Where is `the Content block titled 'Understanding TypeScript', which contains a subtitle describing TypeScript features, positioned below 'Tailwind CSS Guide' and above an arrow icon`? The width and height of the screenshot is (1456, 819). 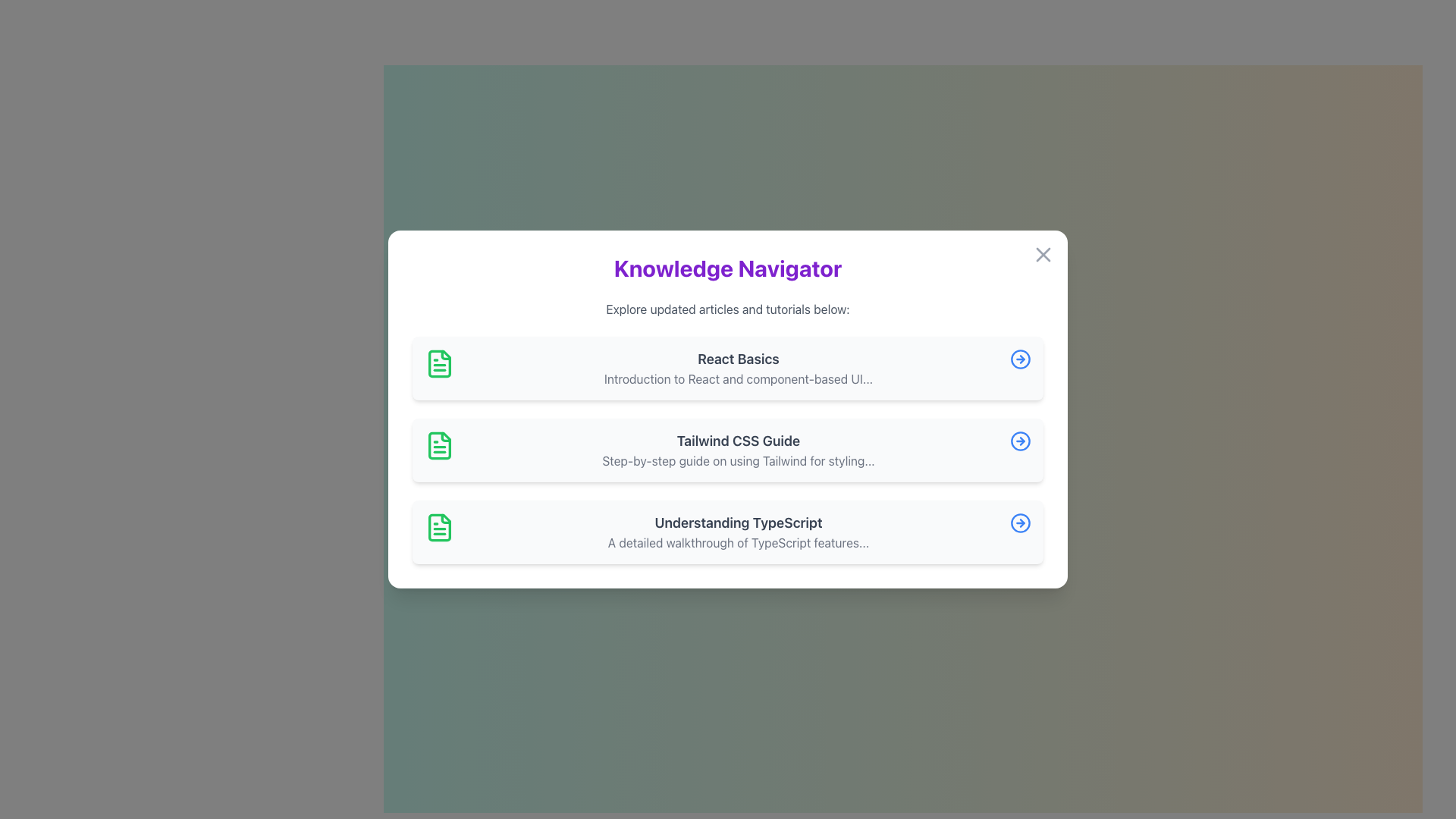
the Content block titled 'Understanding TypeScript', which contains a subtitle describing TypeScript features, positioned below 'Tailwind CSS Guide' and above an arrow icon is located at coordinates (739, 532).